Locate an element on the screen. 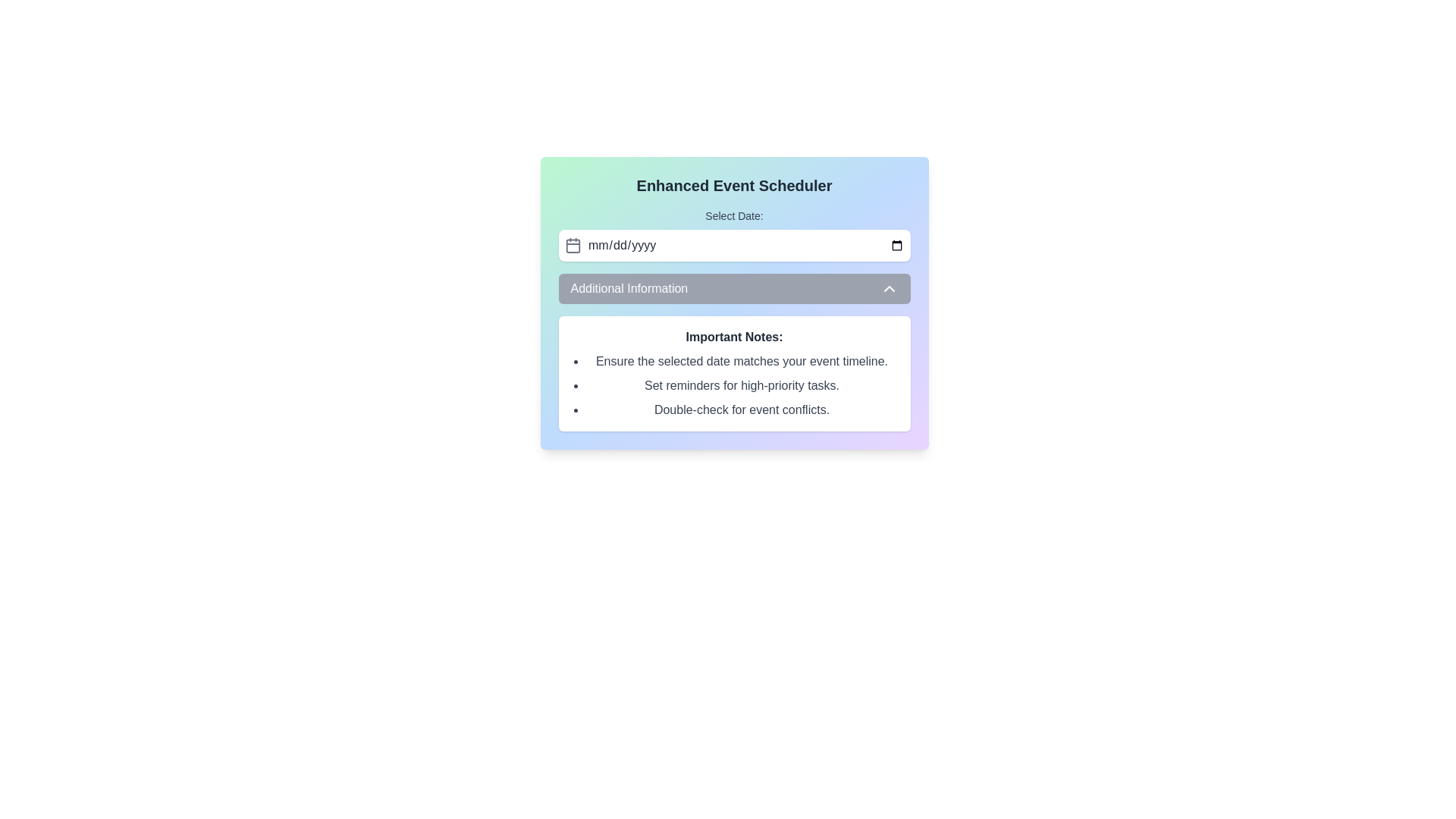 Image resolution: width=1456 pixels, height=819 pixels. the 'Additional Information' text label, which is styled in white text on a gray background and is part of an interactive button near the upper-middle section of the interface is located at coordinates (629, 289).